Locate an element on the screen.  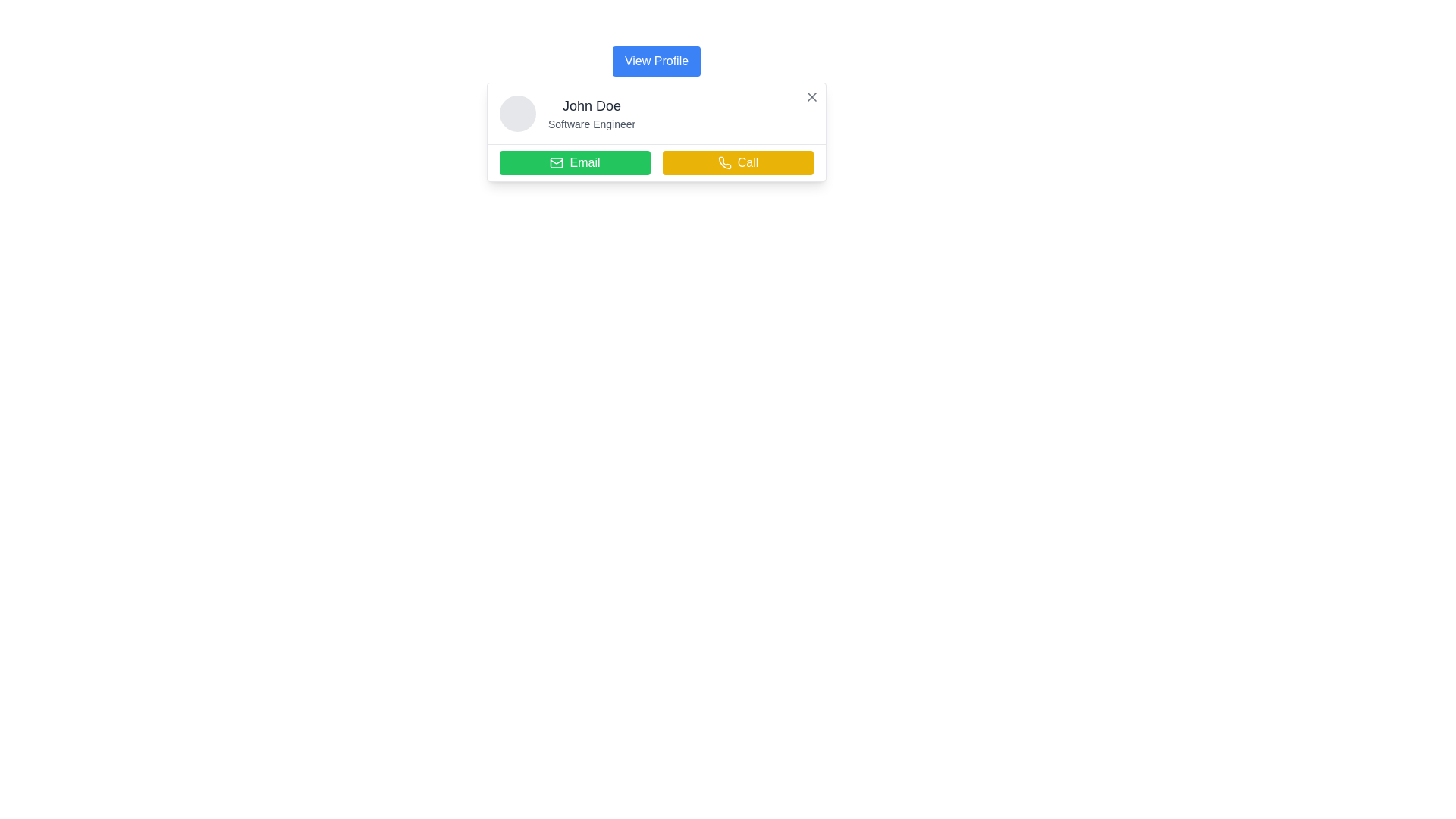
the 'Email' button, which is located on the left side of a button group under a profile header, to potentially view additional information is located at coordinates (574, 163).